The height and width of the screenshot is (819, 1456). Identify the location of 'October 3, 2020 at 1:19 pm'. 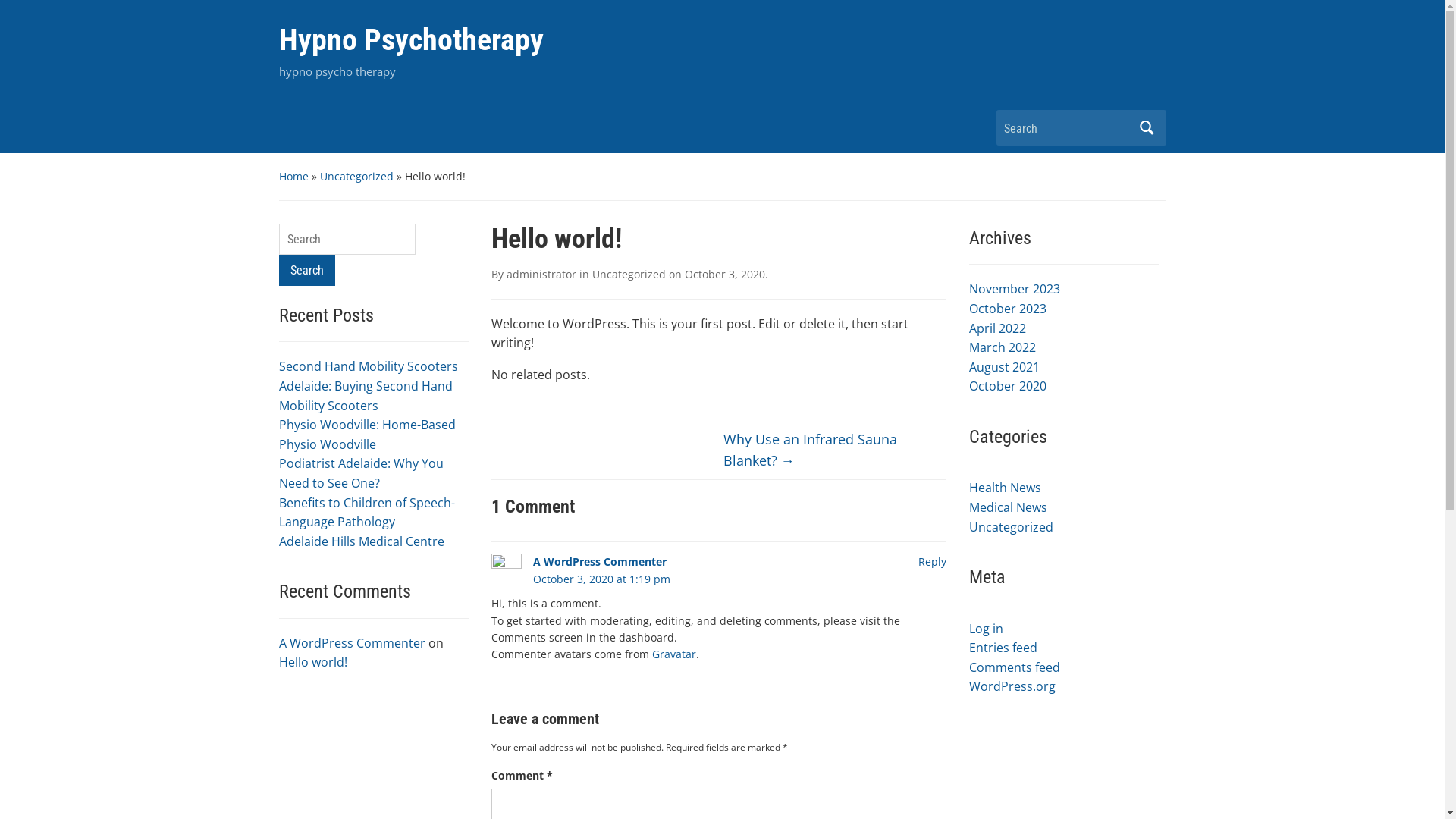
(600, 579).